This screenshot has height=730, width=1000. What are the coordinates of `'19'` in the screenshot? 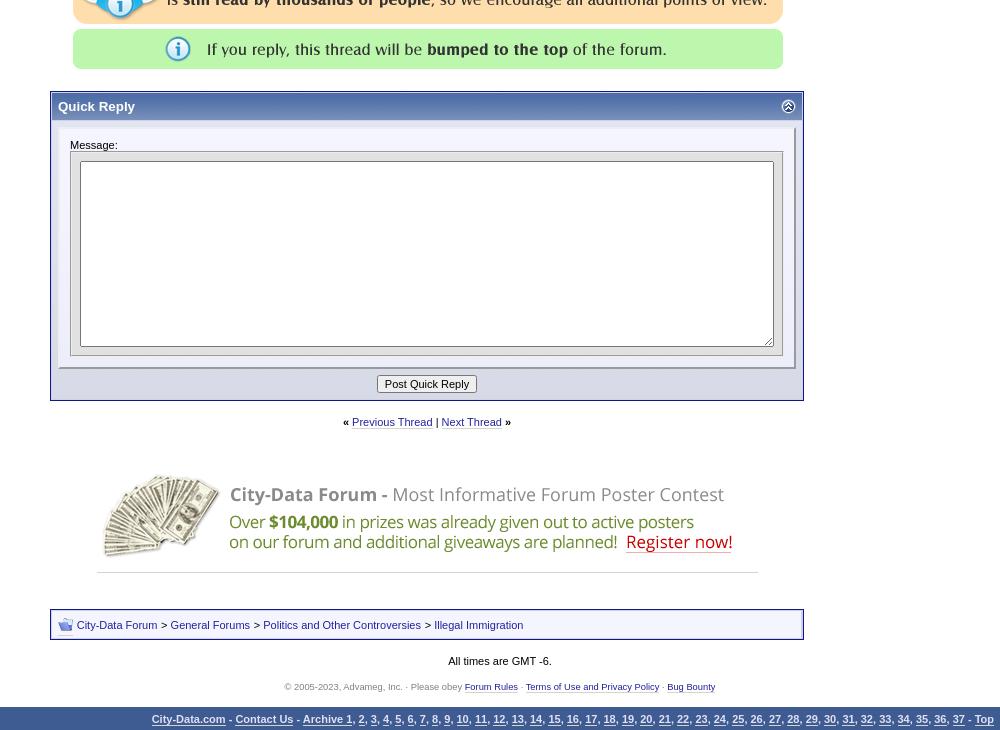 It's located at (627, 718).